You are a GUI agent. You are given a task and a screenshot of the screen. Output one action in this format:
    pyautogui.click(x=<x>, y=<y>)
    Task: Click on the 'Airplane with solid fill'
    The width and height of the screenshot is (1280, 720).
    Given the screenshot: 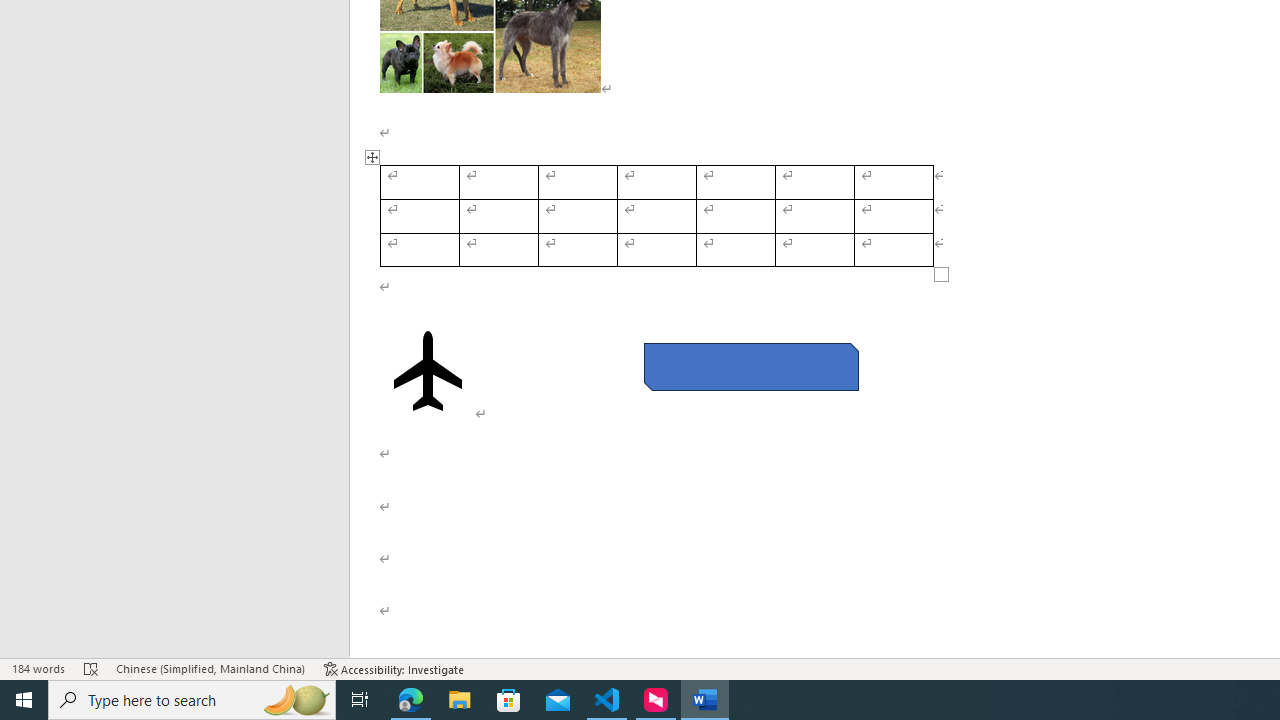 What is the action you would take?
    pyautogui.click(x=427, y=371)
    